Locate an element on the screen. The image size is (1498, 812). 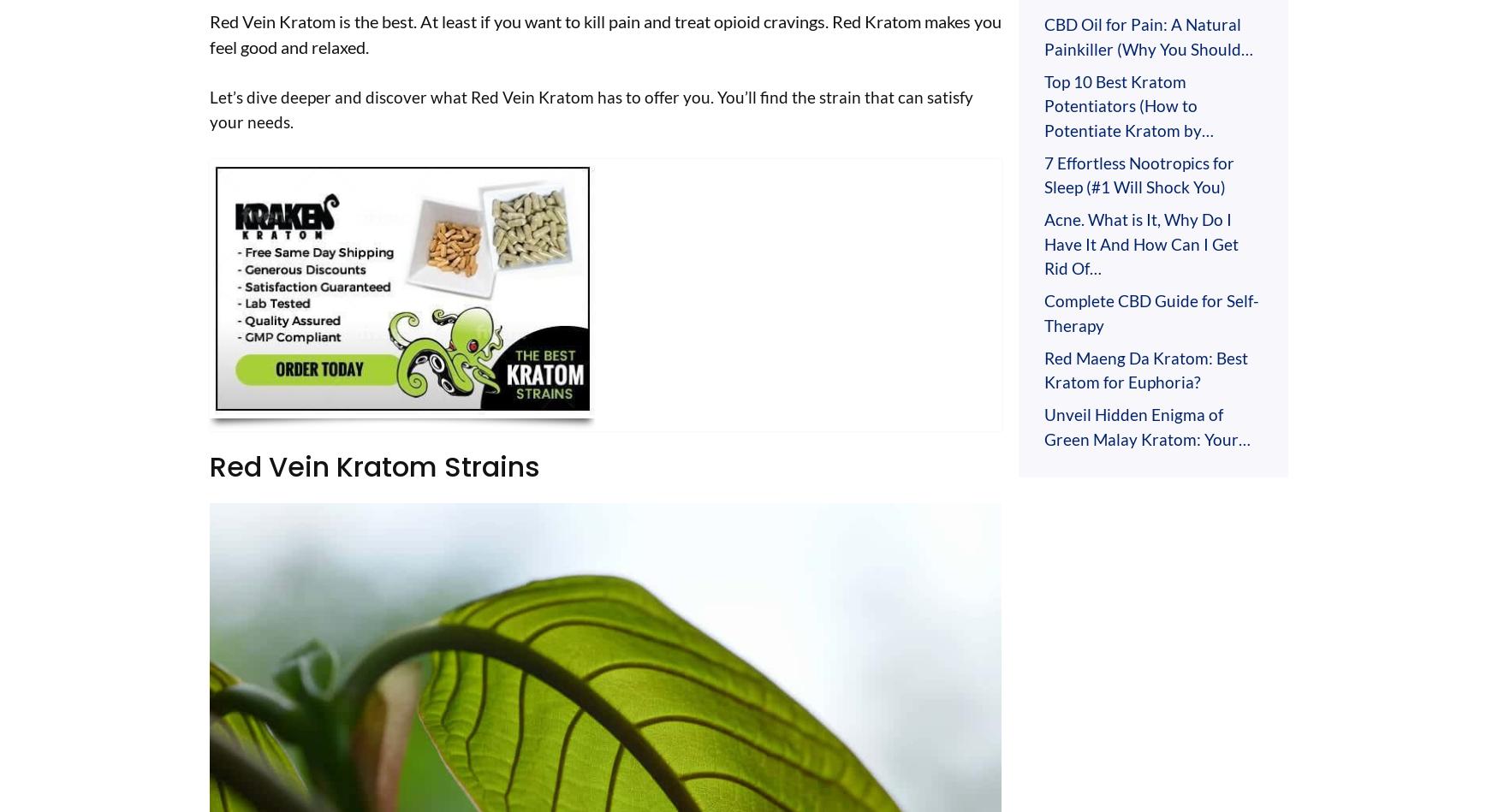
'CBD Oil for Pain: A Natural Painkiller (Why You Should…' is located at coordinates (1149, 36).